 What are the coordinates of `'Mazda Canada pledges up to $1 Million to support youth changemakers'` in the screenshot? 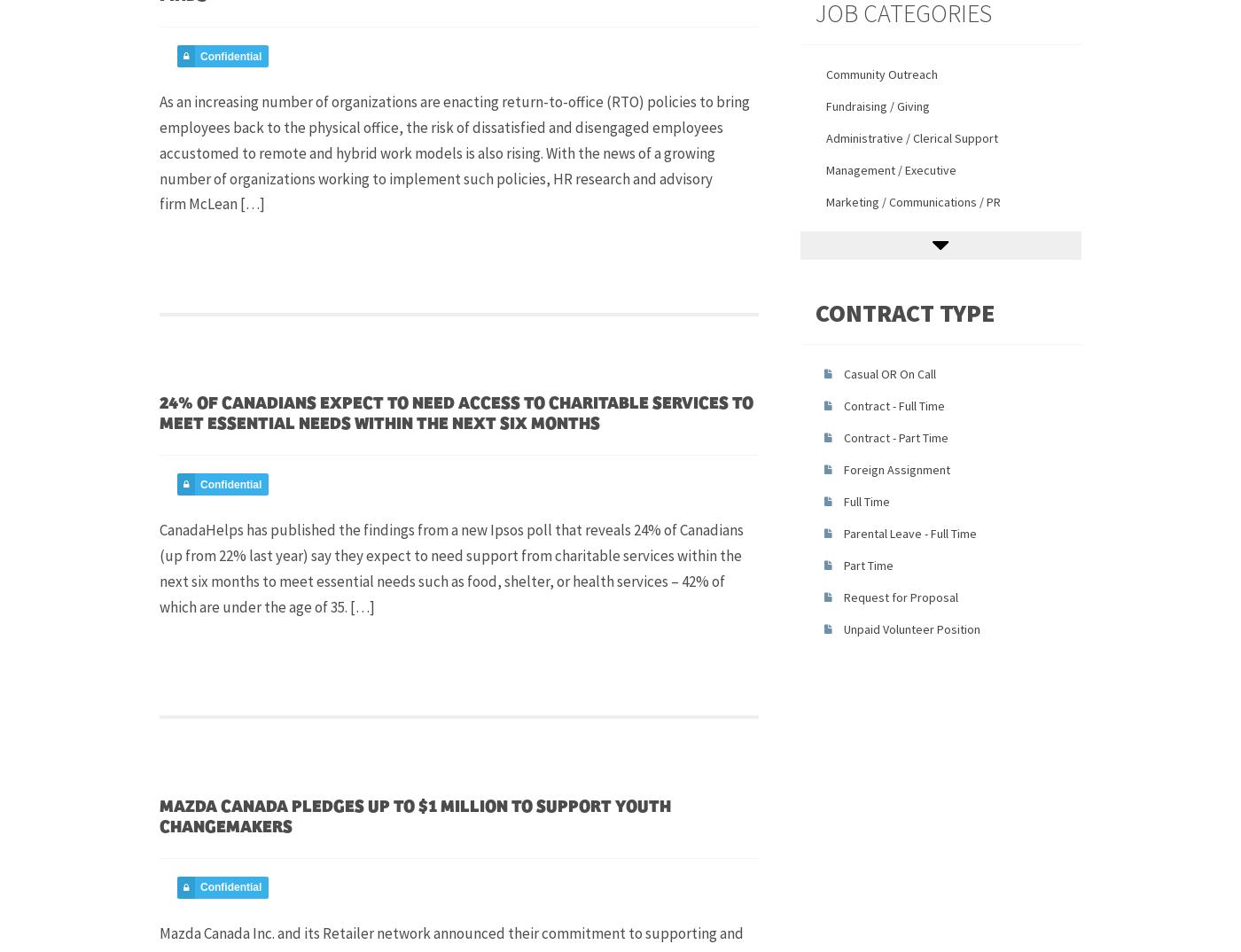 It's located at (415, 815).